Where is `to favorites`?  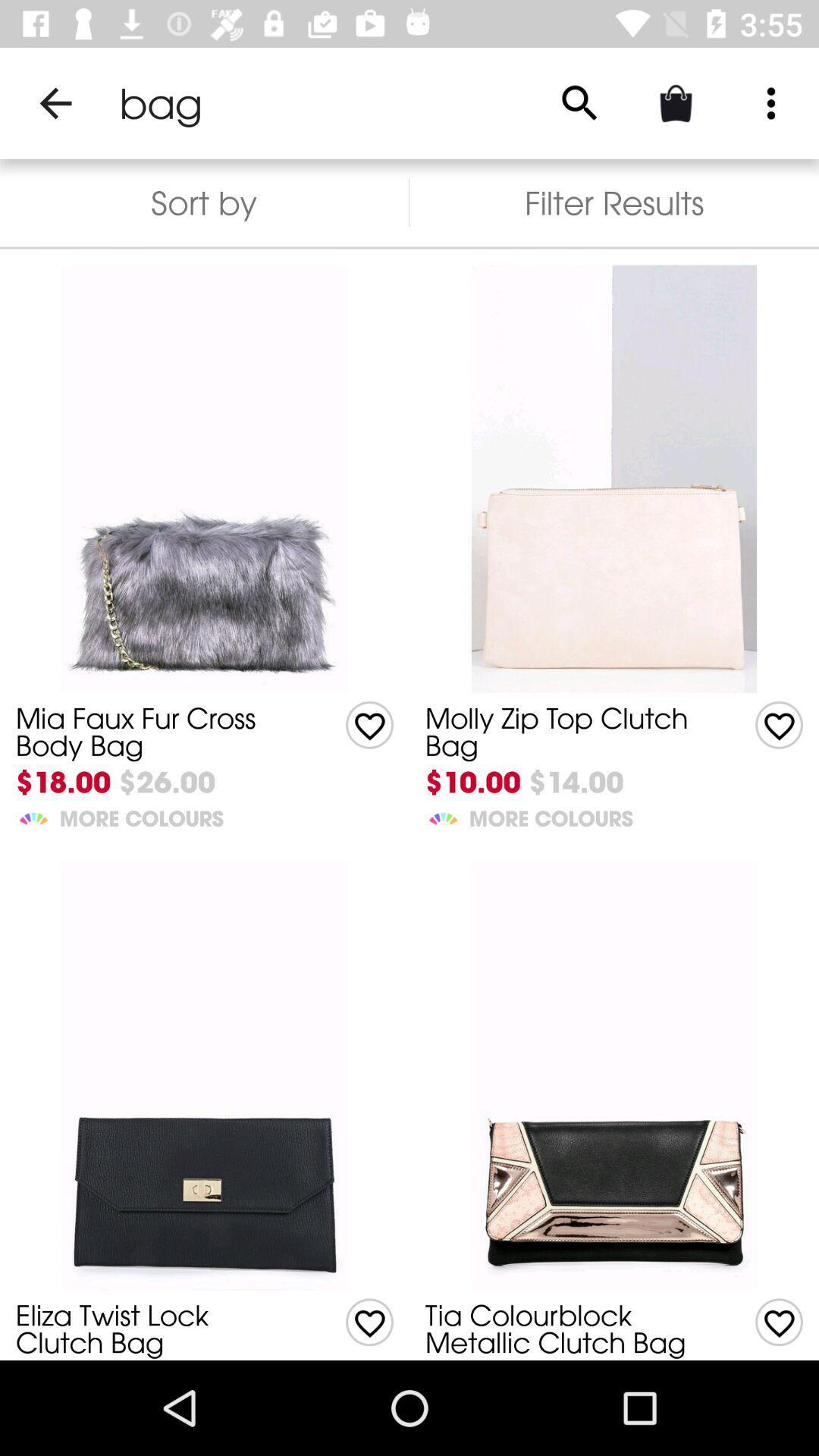
to favorites is located at coordinates (369, 1321).